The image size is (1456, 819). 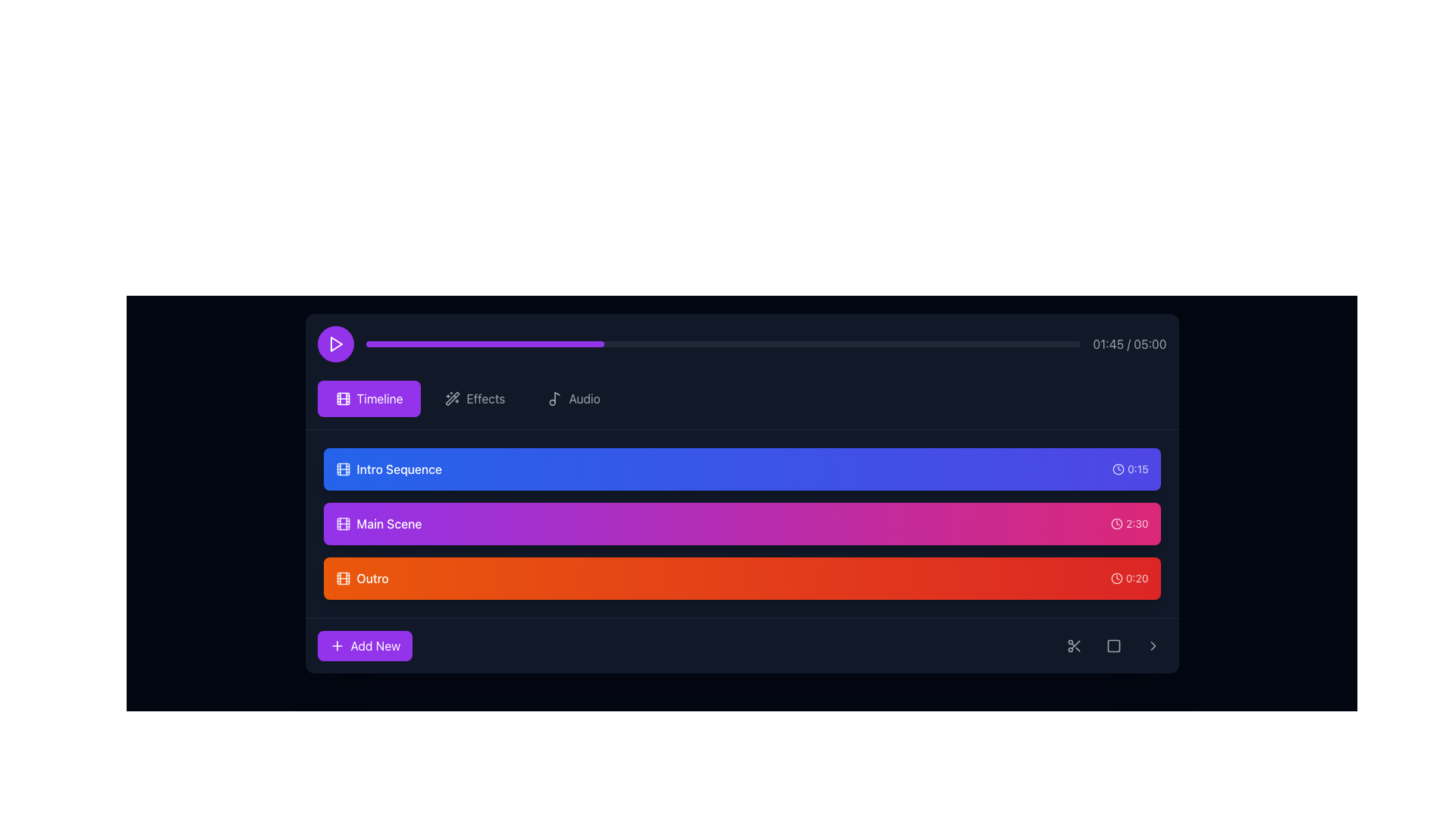 I want to click on the 'Main Scene' button located in the vertical list between 'Intro Sequence' and 'Outro', so click(x=378, y=522).